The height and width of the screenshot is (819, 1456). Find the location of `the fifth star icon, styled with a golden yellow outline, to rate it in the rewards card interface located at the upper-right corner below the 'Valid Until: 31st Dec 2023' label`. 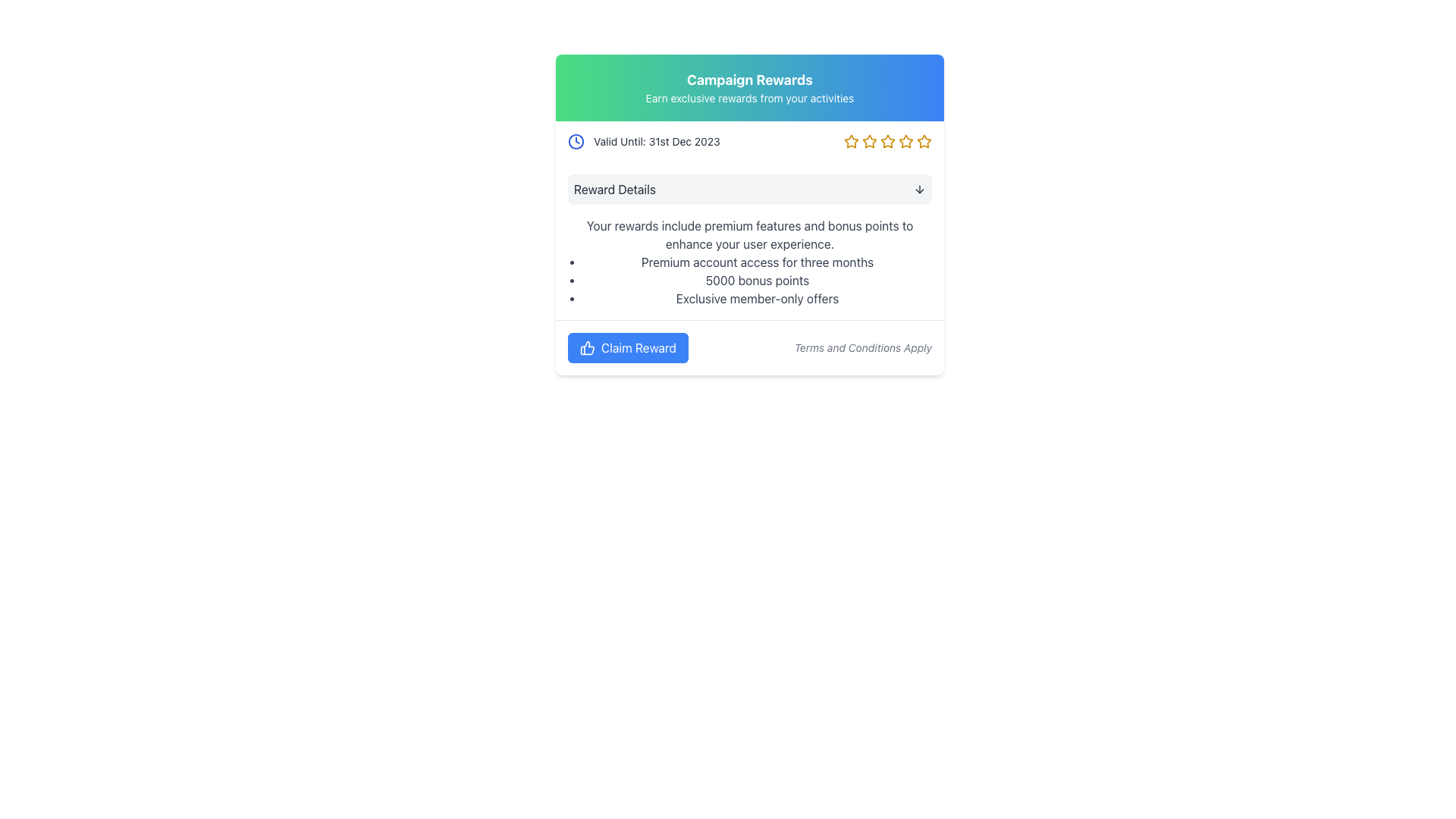

the fifth star icon, styled with a golden yellow outline, to rate it in the rewards card interface located at the upper-right corner below the 'Valid Until: 31st Dec 2023' label is located at coordinates (924, 141).